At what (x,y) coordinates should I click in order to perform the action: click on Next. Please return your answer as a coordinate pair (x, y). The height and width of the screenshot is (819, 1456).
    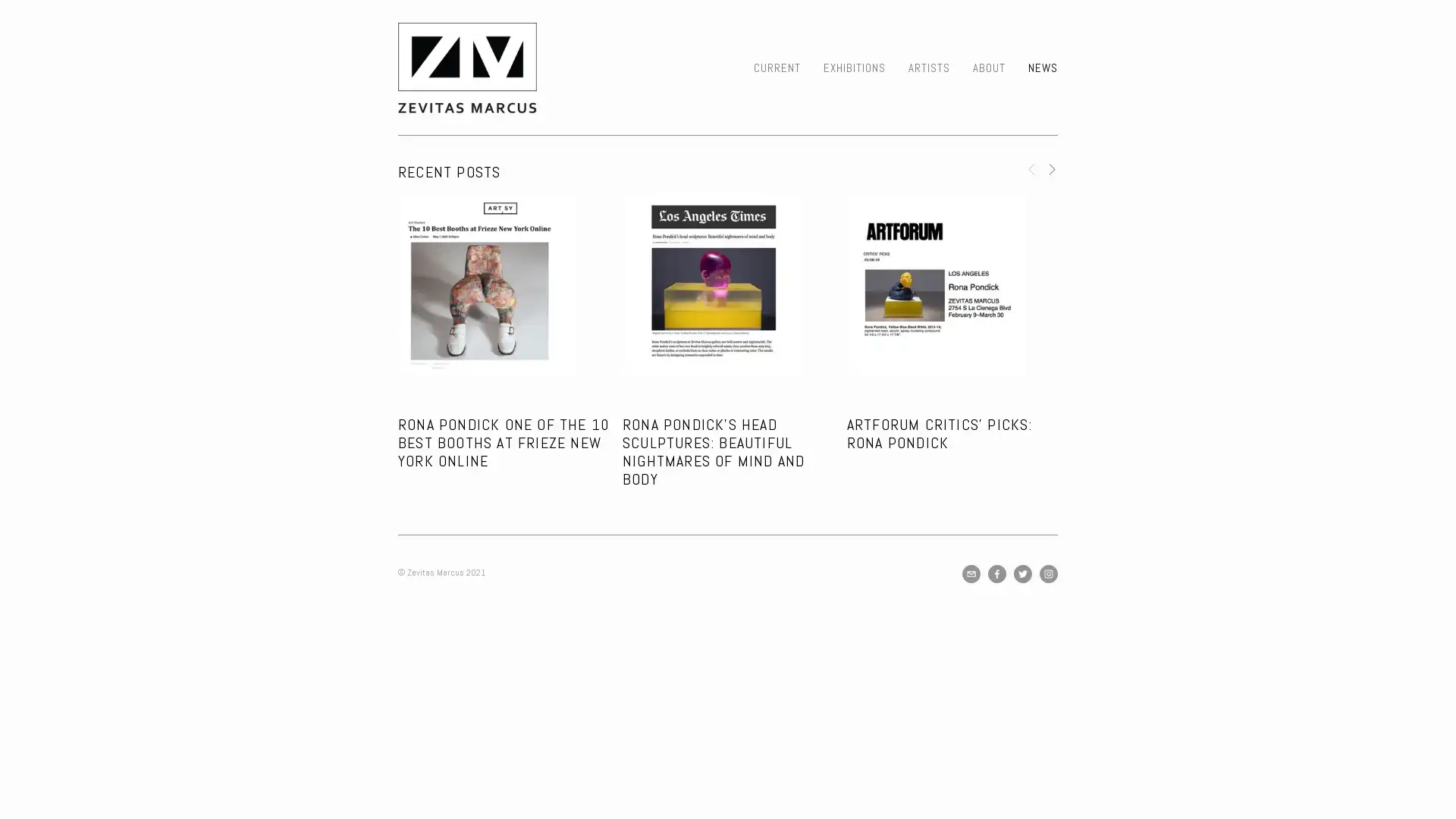
    Looking at the image, I should click on (1051, 168).